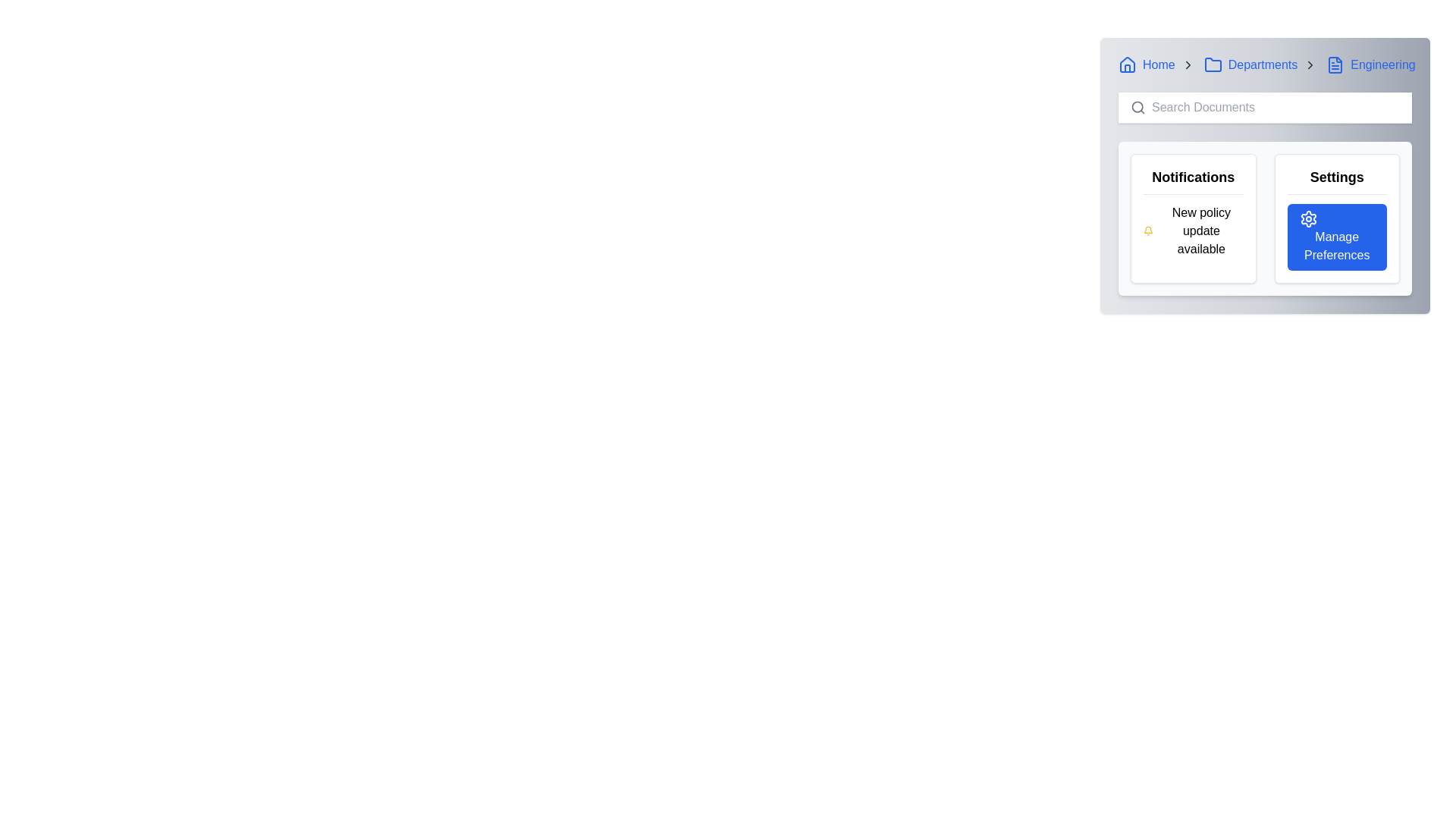 The height and width of the screenshot is (819, 1456). What do you see at coordinates (1307, 219) in the screenshot?
I see `the settings icon located on the right side of the layout, which is associated with the 'Manage Preferences' label` at bounding box center [1307, 219].